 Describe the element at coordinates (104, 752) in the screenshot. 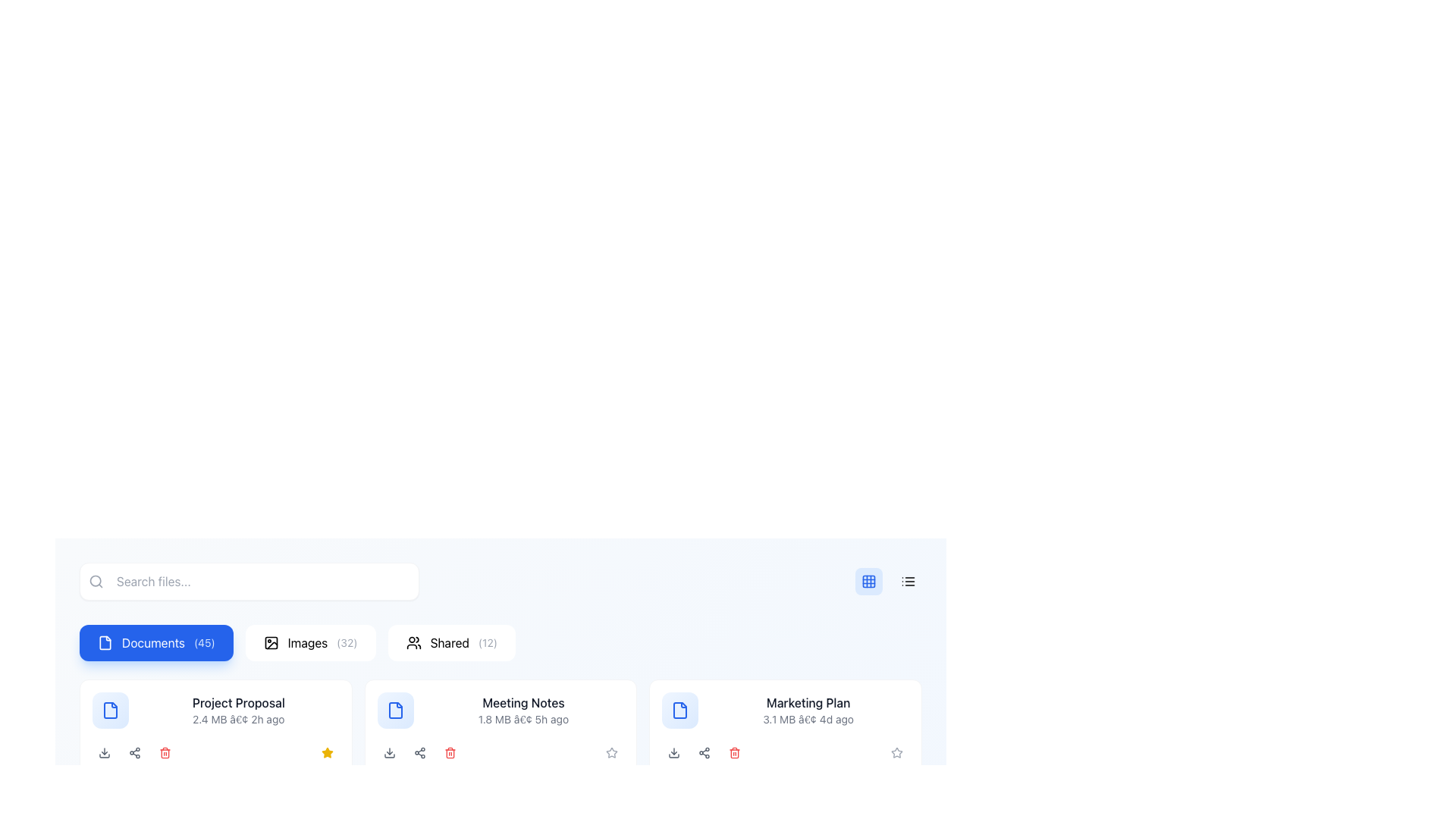

I see `the download icon button, which is styled in a minimalist line-art format and located on the file card for the 'Project Proposal' document, positioned second from the left among action icons` at that location.